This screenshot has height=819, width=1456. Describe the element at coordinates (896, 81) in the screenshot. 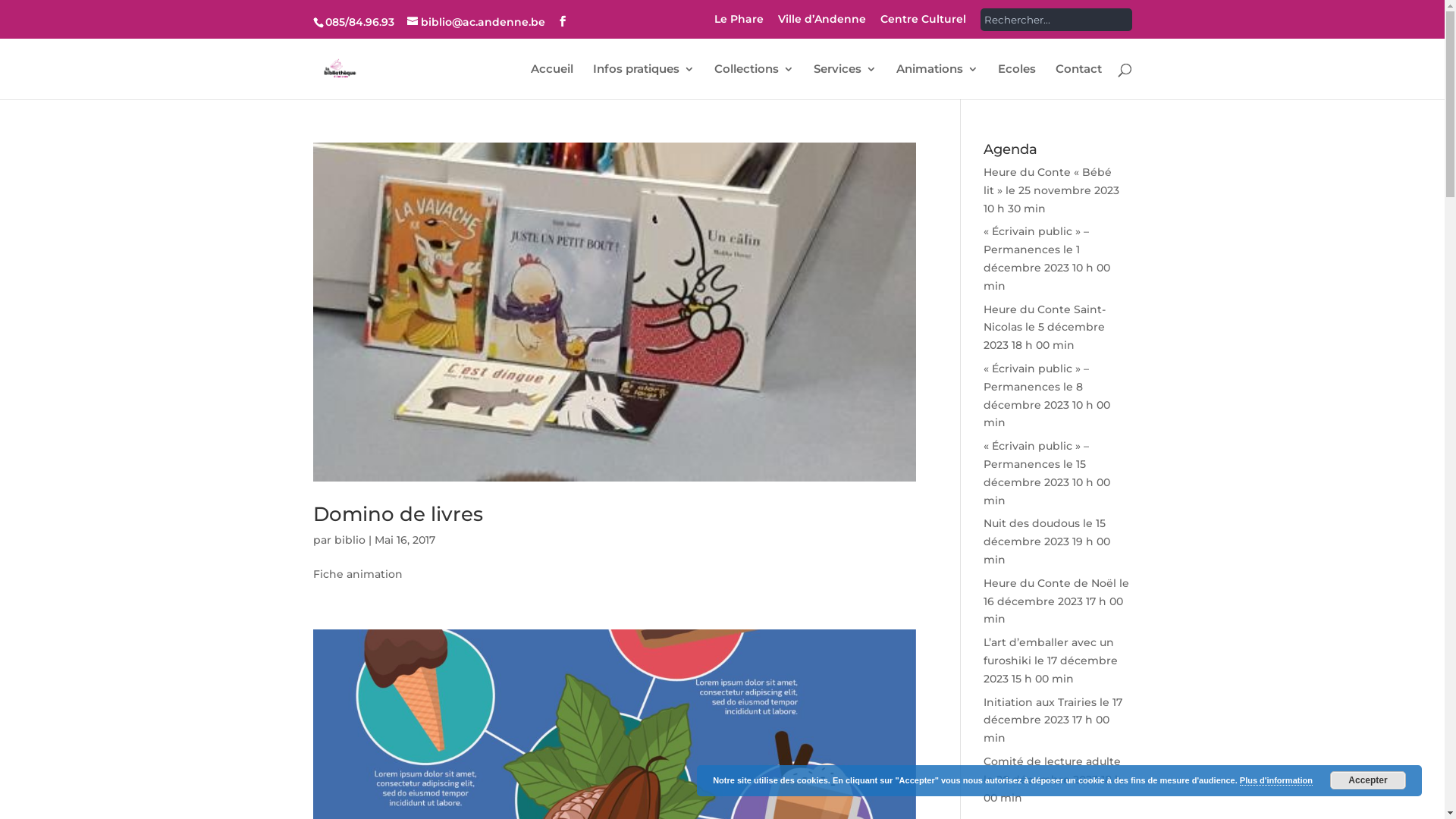

I see `'Animations'` at that location.